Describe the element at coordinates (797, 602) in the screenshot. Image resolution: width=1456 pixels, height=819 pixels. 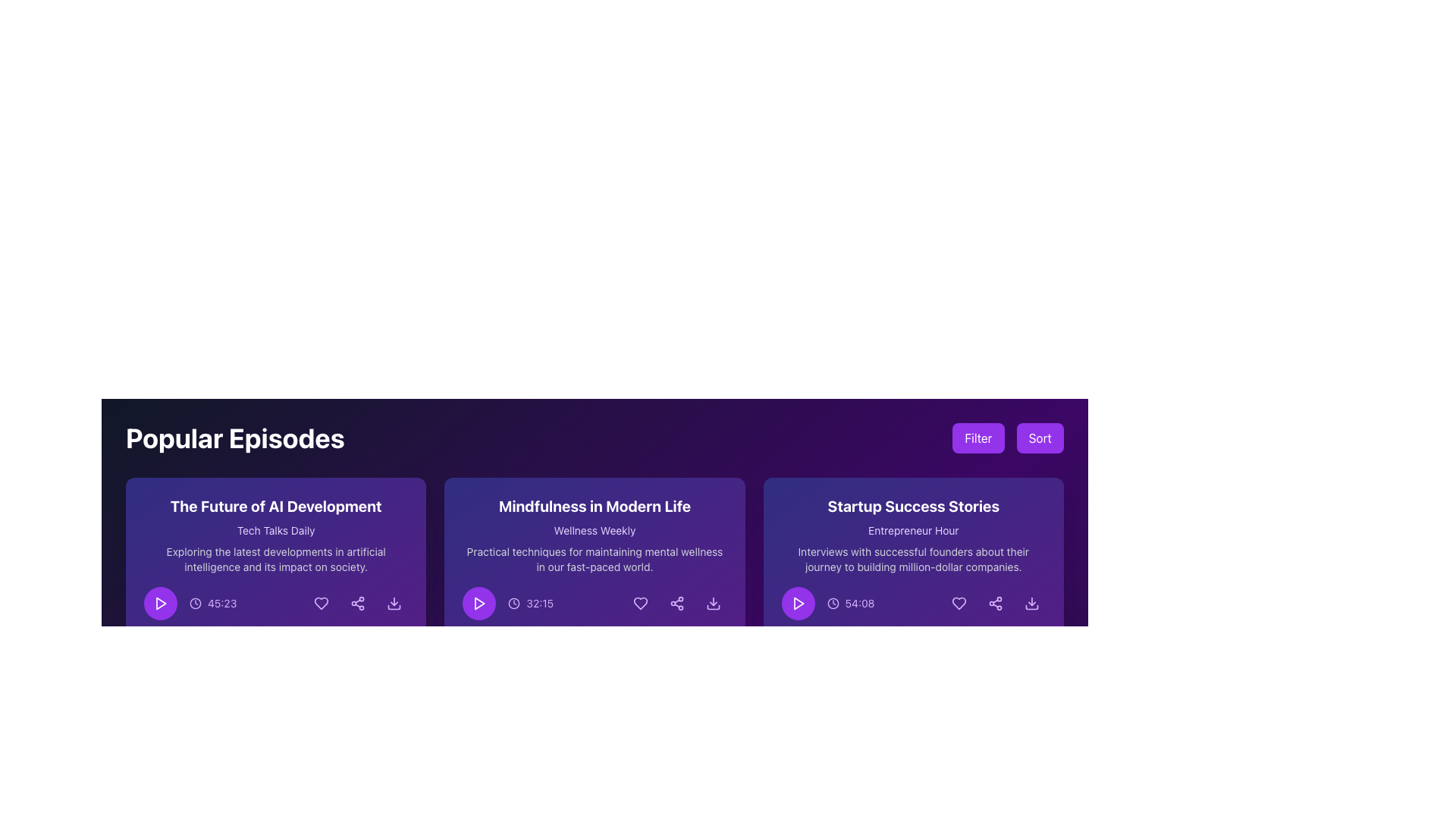
I see `the play button for the 'Startup Success Stories' episode located in the bottom-left corner of the card in the 'Popular Episodes' section` at that location.